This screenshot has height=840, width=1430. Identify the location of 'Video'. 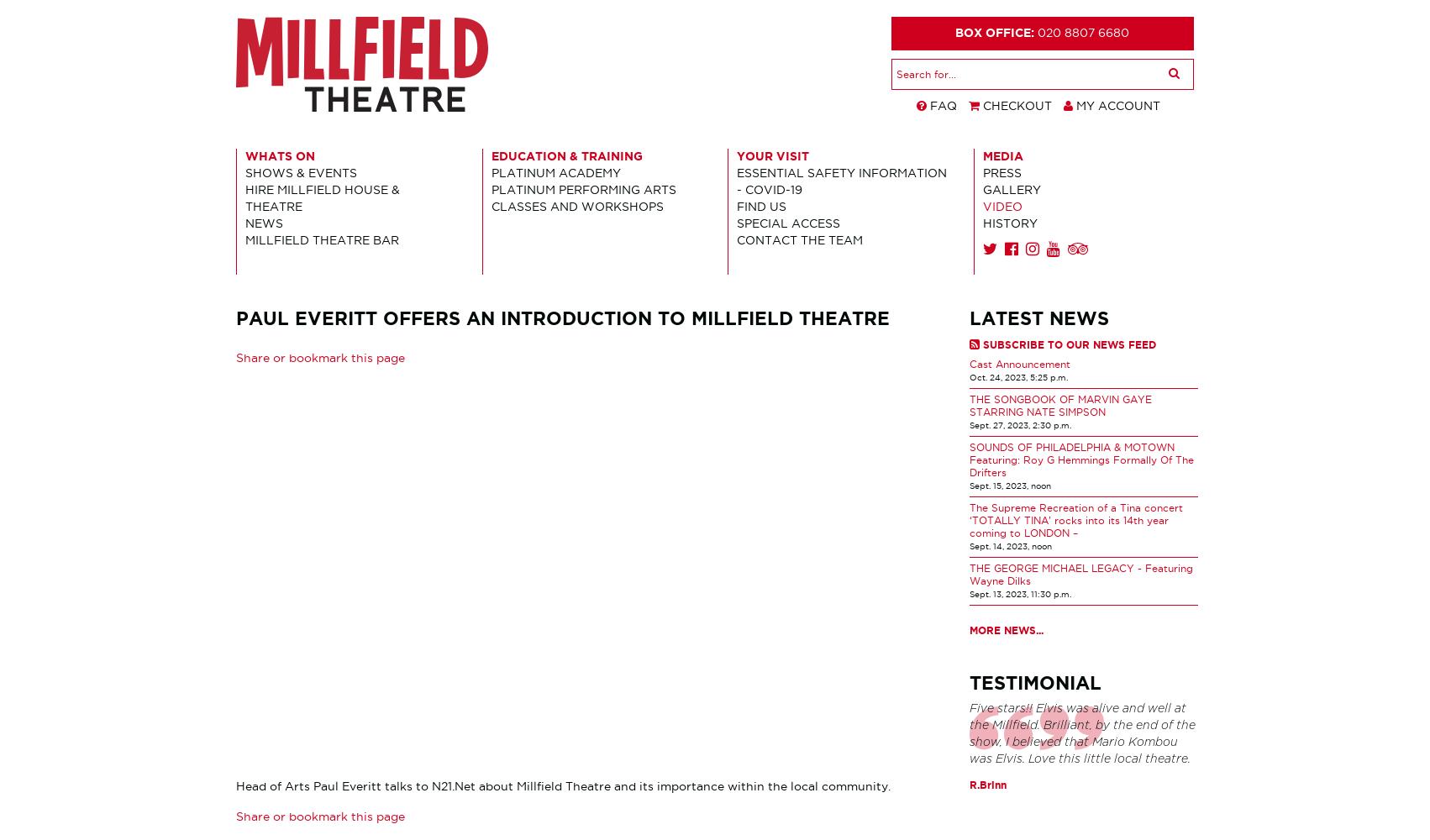
(1002, 205).